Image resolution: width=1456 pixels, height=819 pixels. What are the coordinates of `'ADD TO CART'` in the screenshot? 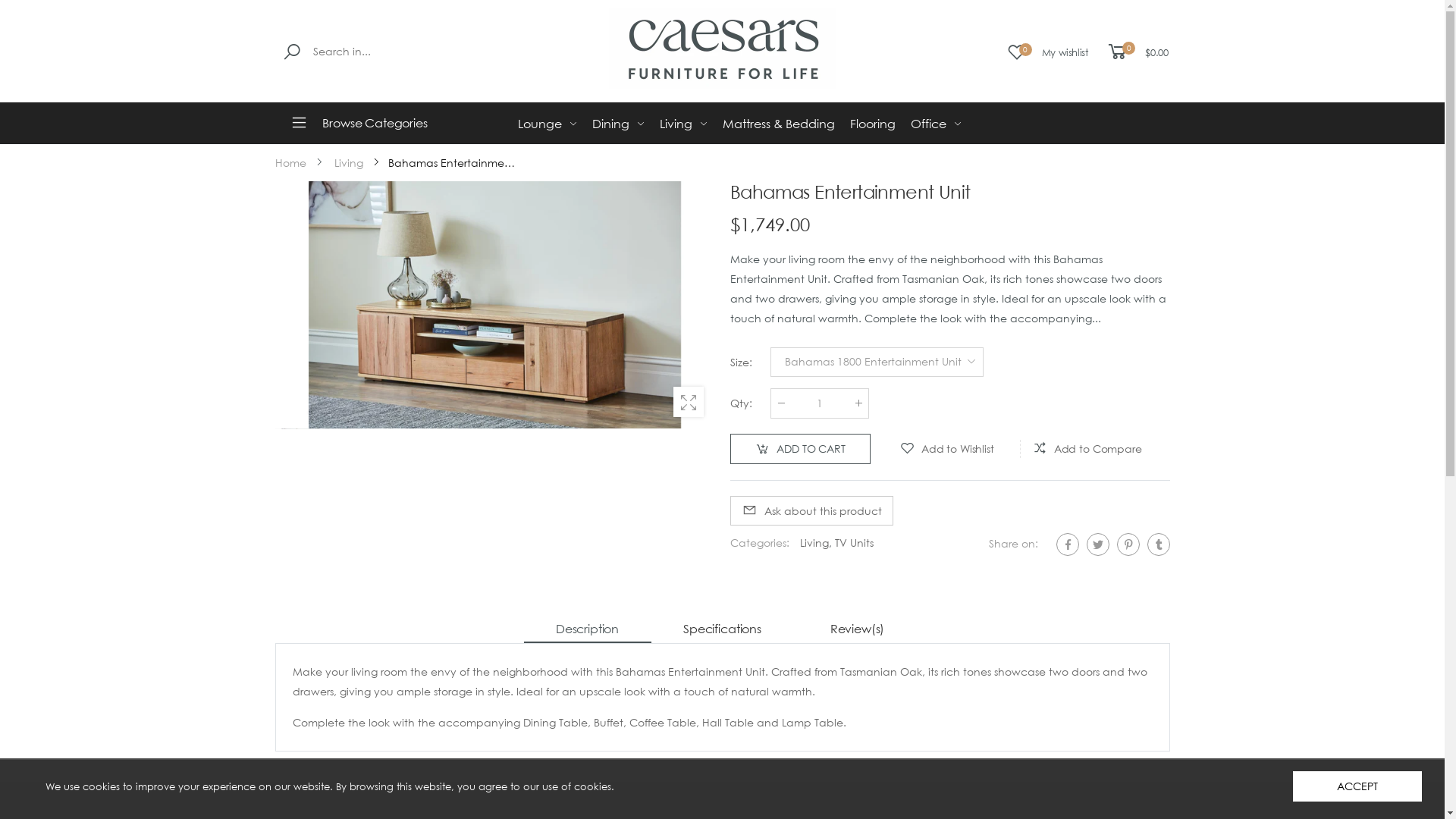 It's located at (799, 447).